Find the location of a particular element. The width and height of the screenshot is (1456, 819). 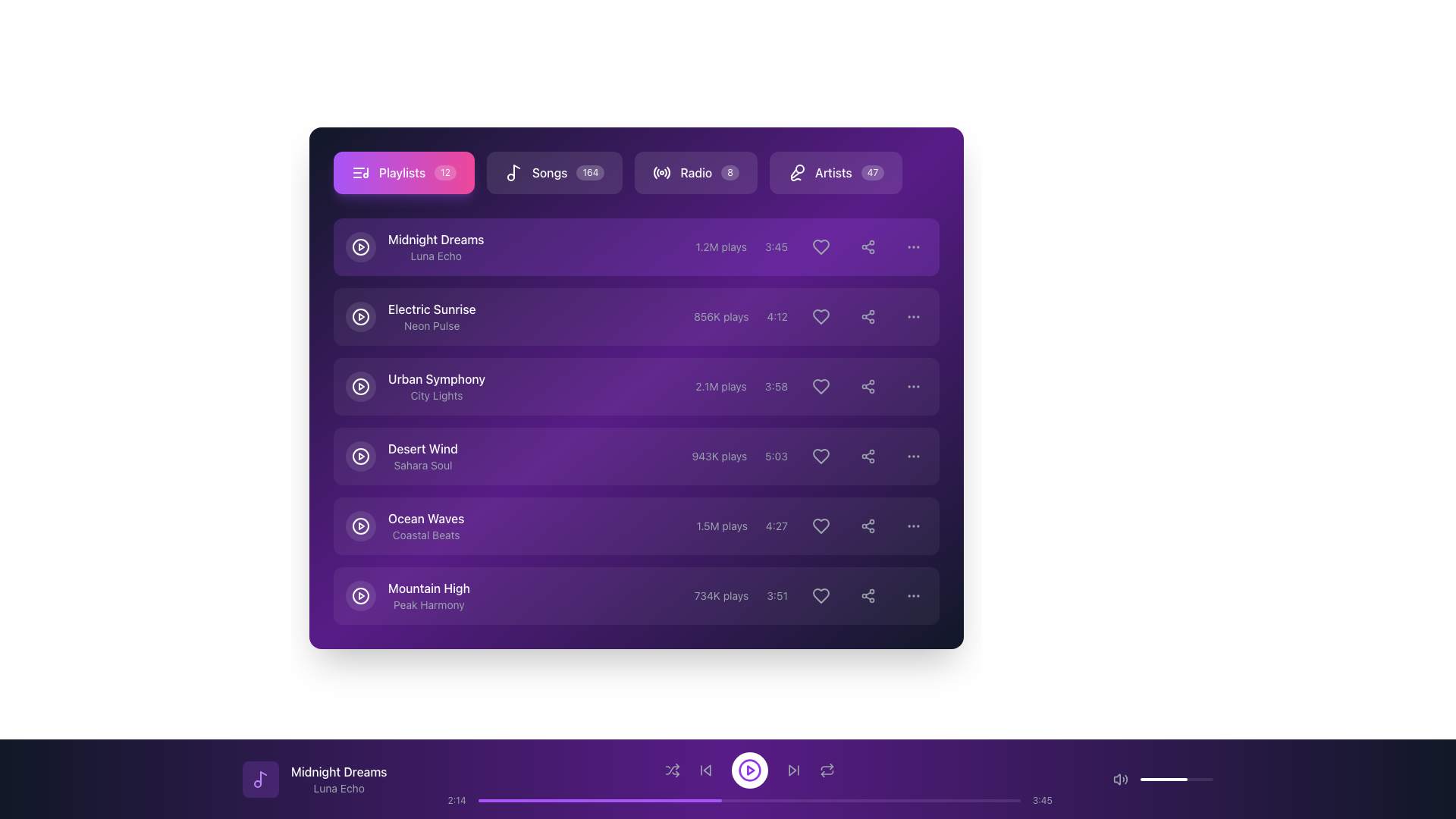

the volume level is located at coordinates (1159, 780).